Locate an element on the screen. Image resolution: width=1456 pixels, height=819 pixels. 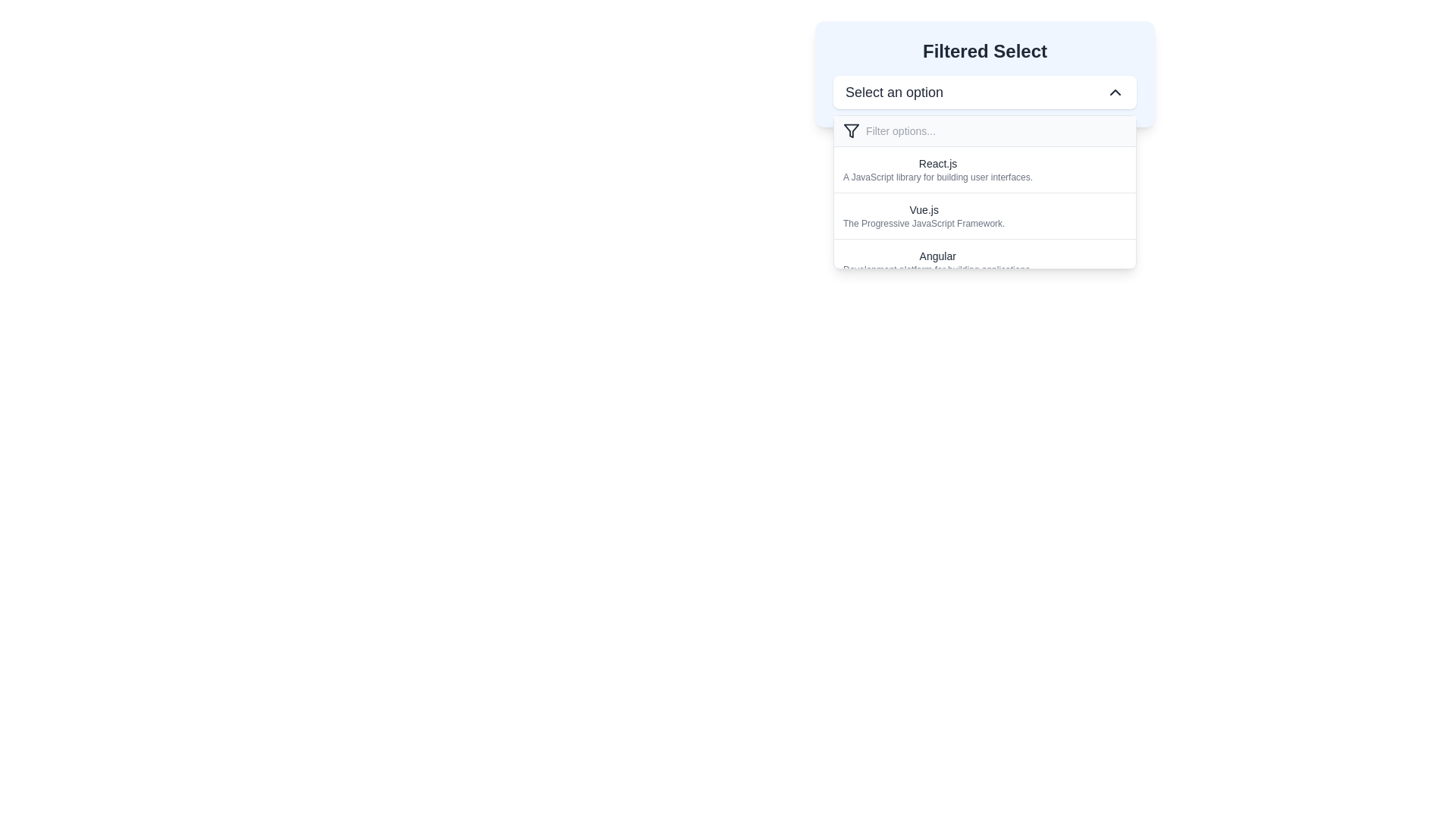
the second entry in the dropdown menu labeled 'Vue.js', which includes the description 'The Progressive JavaScript Framework.' is located at coordinates (985, 215).